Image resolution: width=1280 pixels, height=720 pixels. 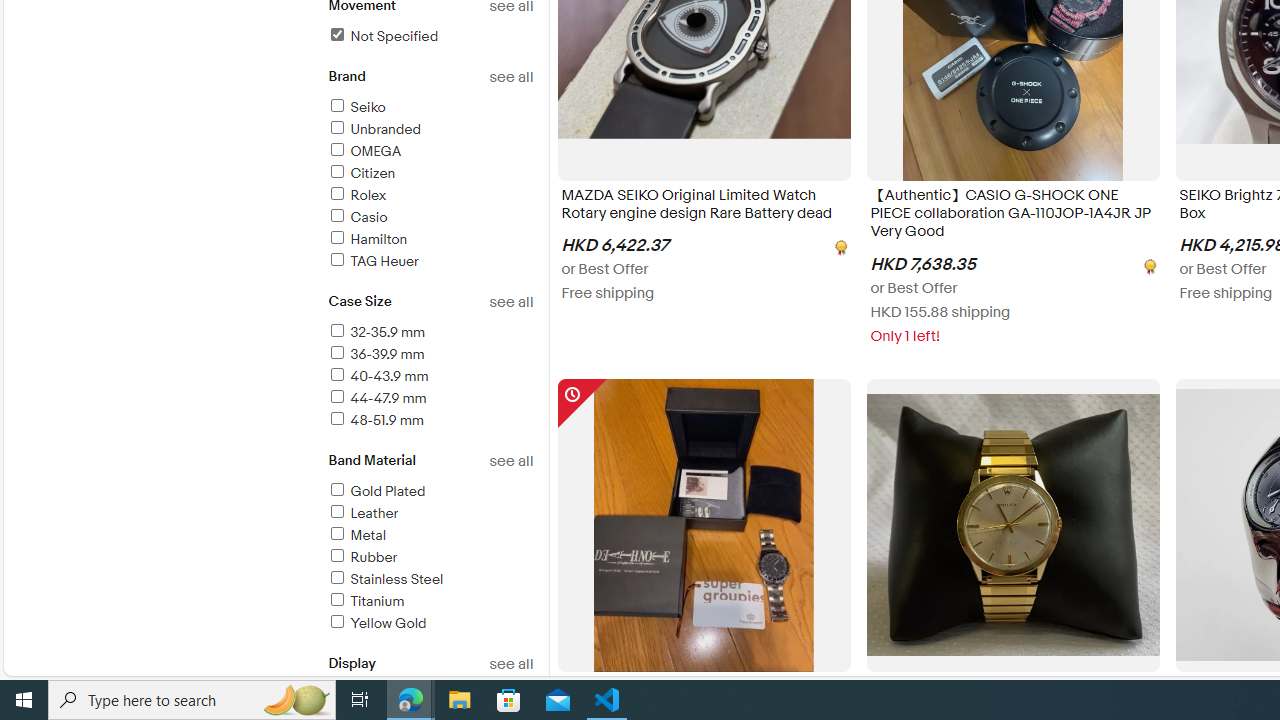 I want to click on 'Rolex', so click(x=356, y=195).